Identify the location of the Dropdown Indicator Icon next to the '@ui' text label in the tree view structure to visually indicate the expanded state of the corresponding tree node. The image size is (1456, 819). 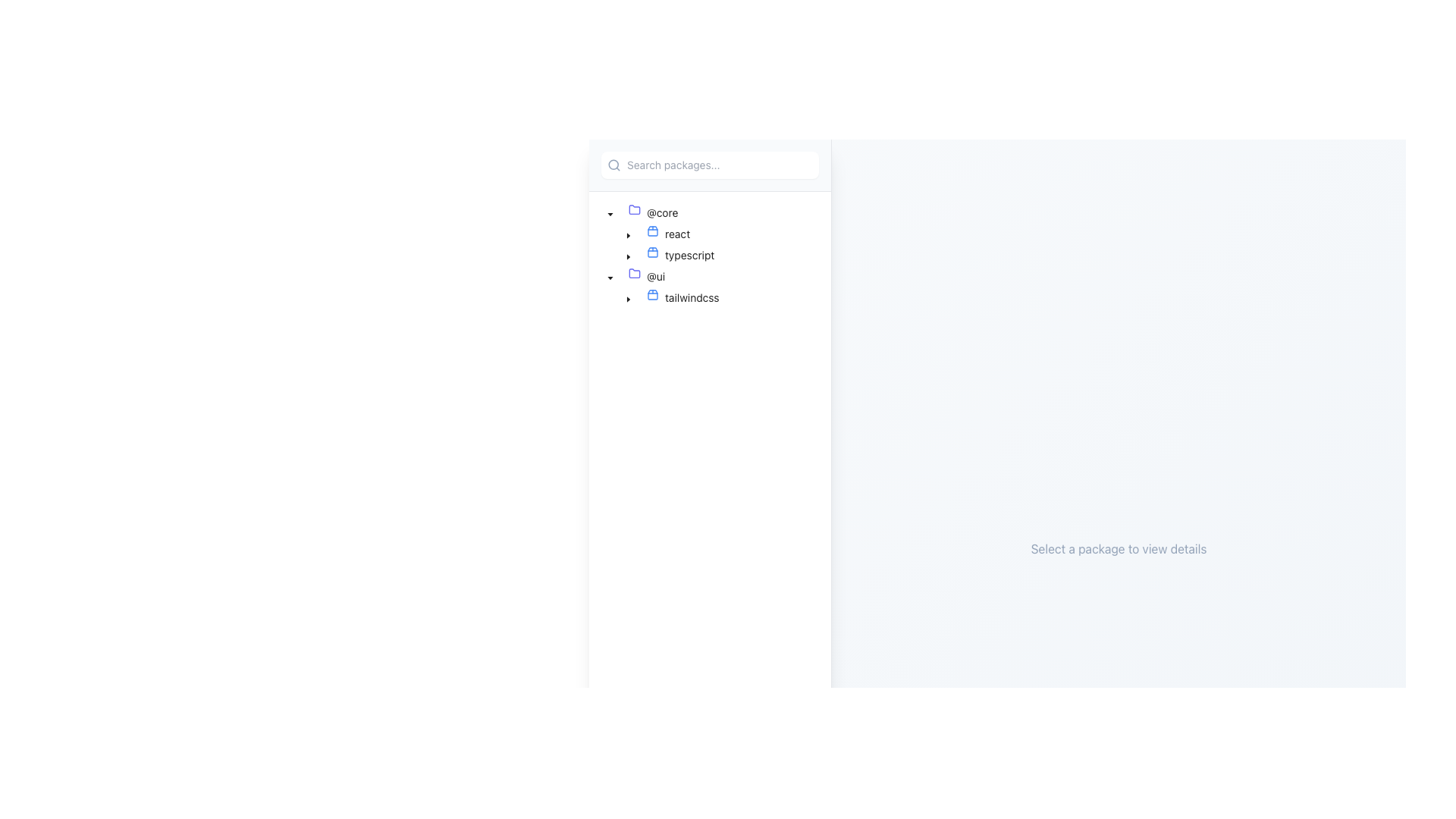
(610, 277).